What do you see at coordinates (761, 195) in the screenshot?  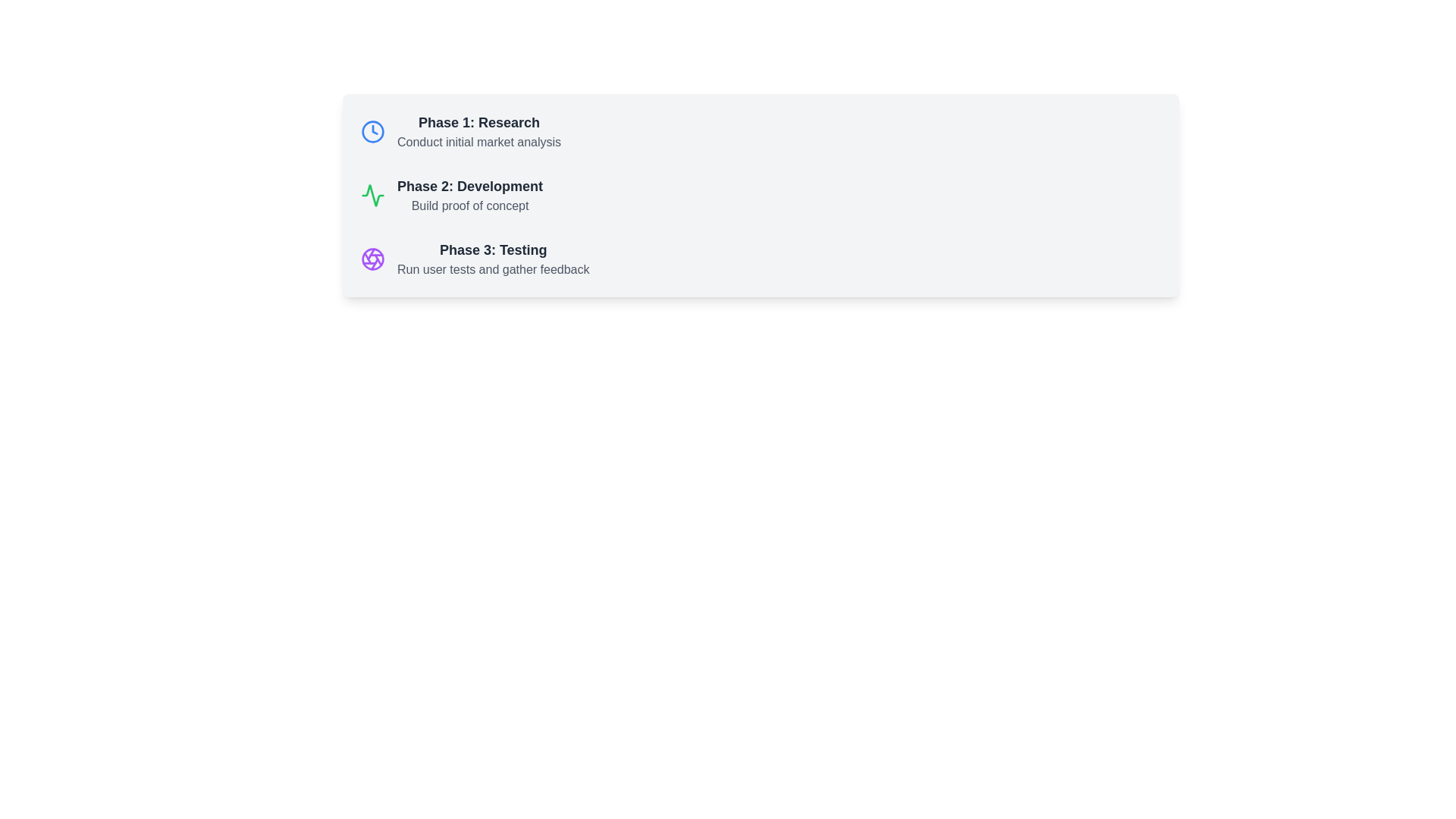 I see `icon in the 'Development' phase of the workflow, which is the second content block in a vertical list of three blocks` at bounding box center [761, 195].